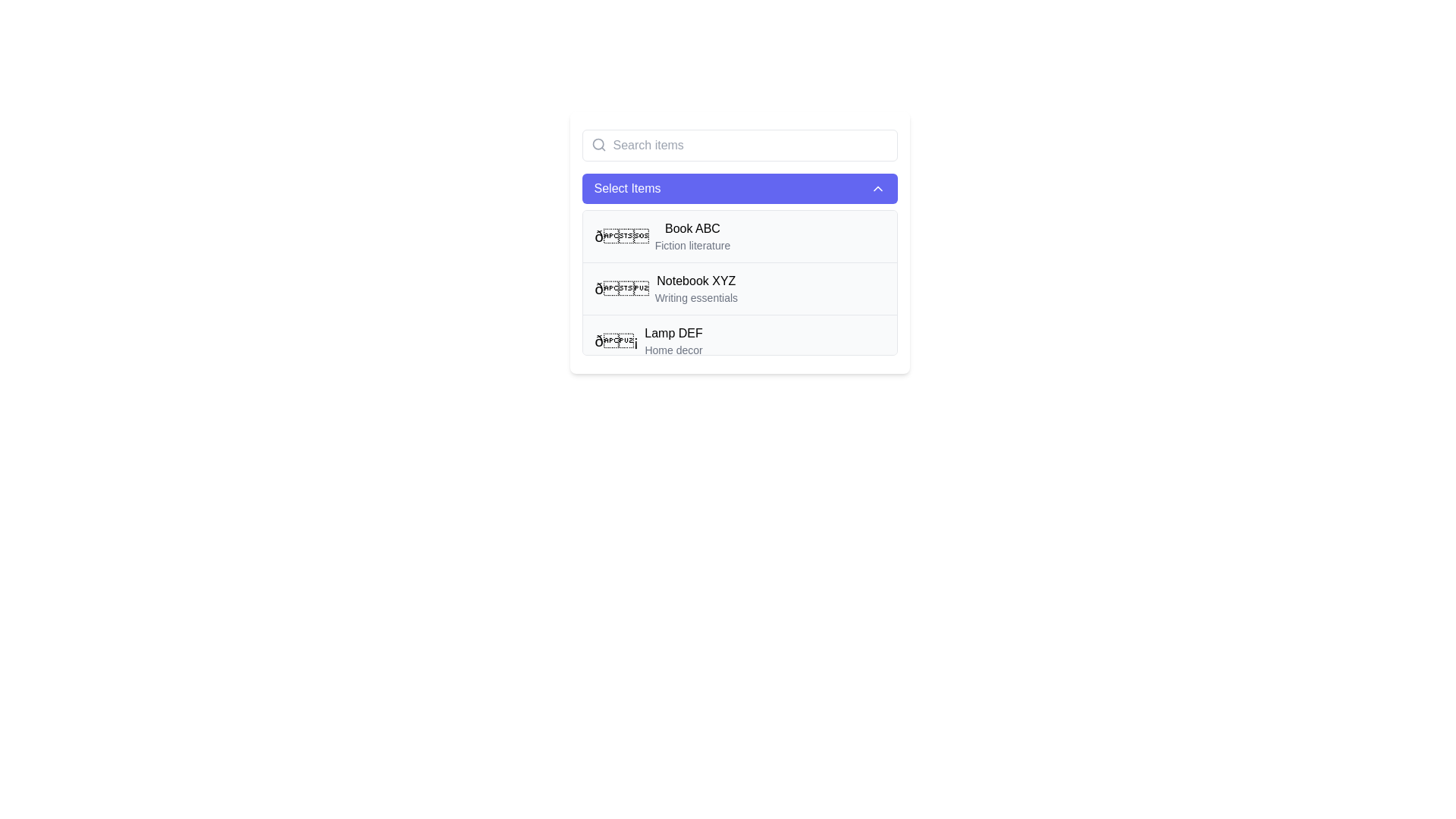 Image resolution: width=1456 pixels, height=819 pixels. Describe the element at coordinates (648, 341) in the screenshot. I see `the List Entry containing the emoji '💡' and the text 'Lamp DEF' with the description 'Home decor', which is the third entry in a dropdown interface` at that location.